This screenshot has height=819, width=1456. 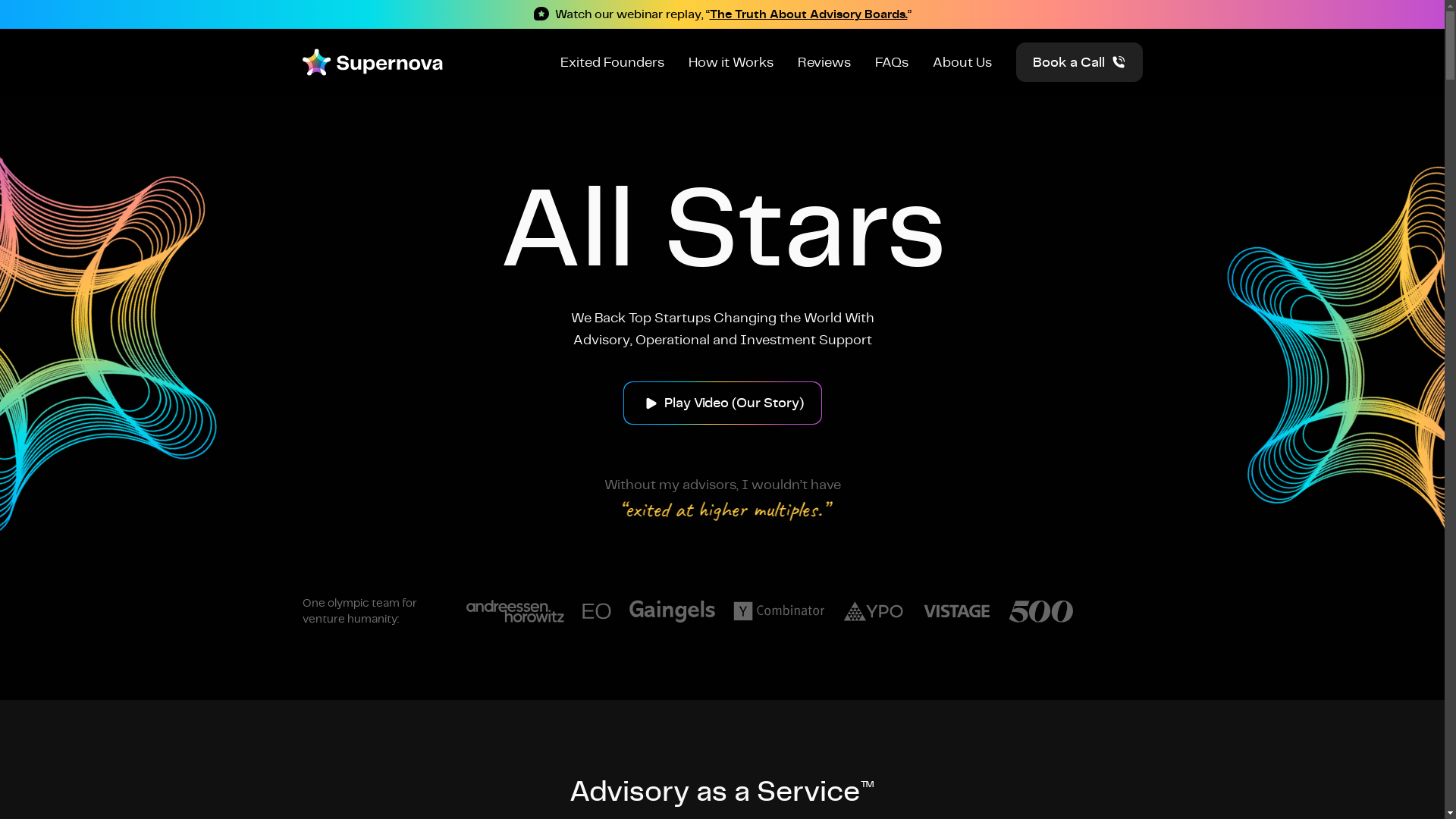 What do you see at coordinates (611, 61) in the screenshot?
I see `'Exited Founders'` at bounding box center [611, 61].